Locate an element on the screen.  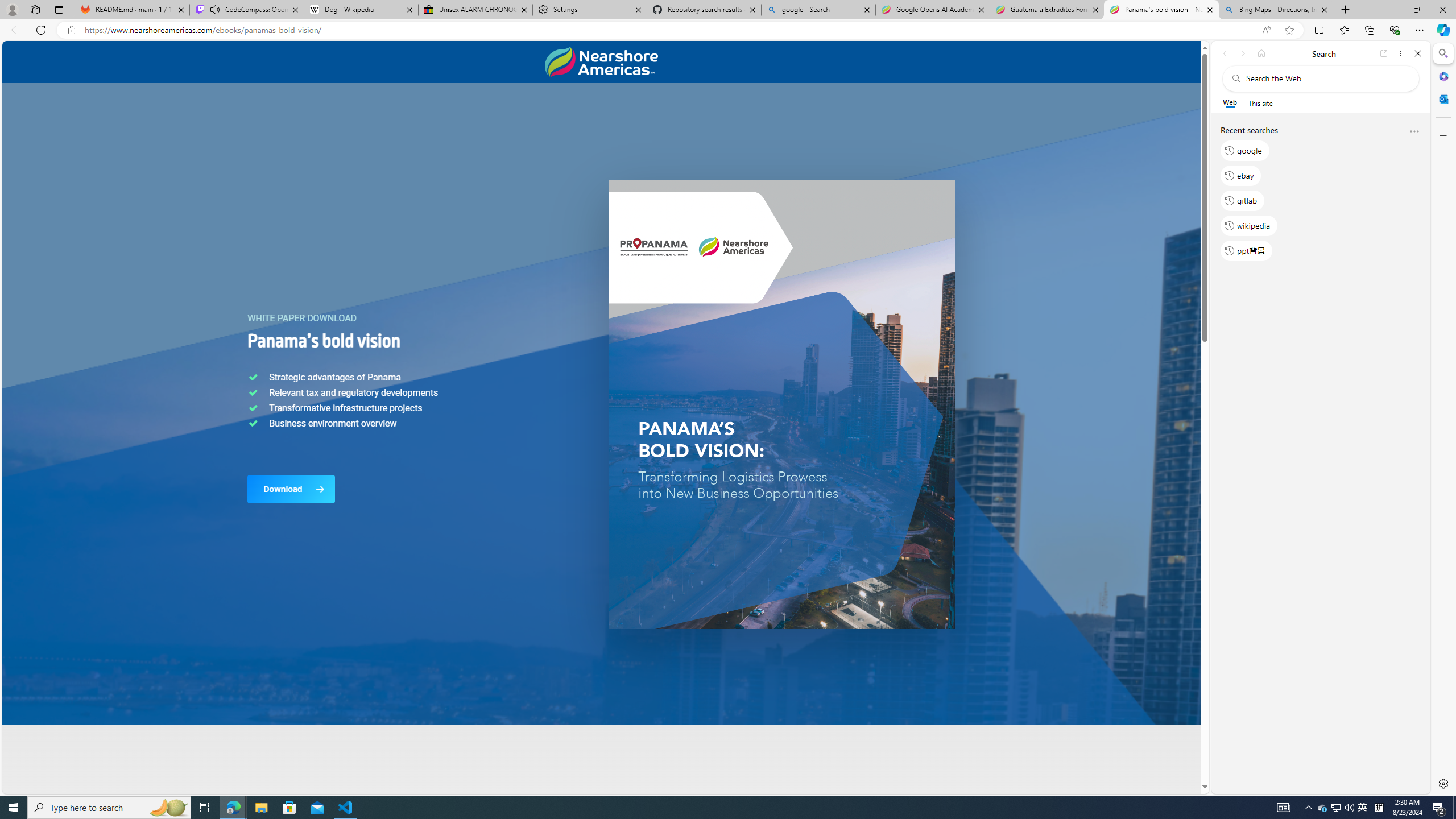
'Class: center' is located at coordinates (601, 61).